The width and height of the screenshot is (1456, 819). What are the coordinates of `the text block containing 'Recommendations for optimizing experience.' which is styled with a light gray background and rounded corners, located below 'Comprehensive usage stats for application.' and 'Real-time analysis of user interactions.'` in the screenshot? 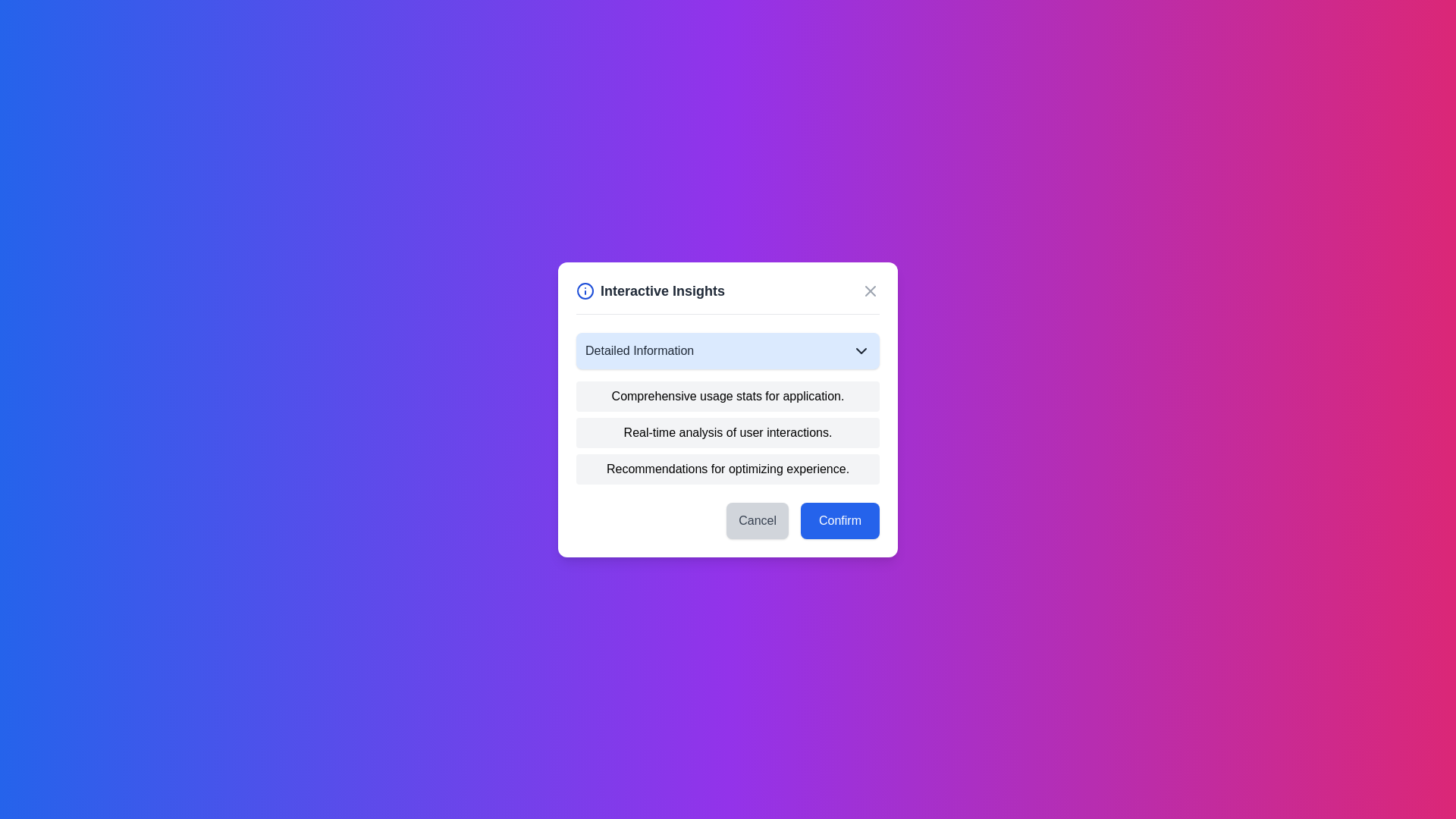 It's located at (728, 467).